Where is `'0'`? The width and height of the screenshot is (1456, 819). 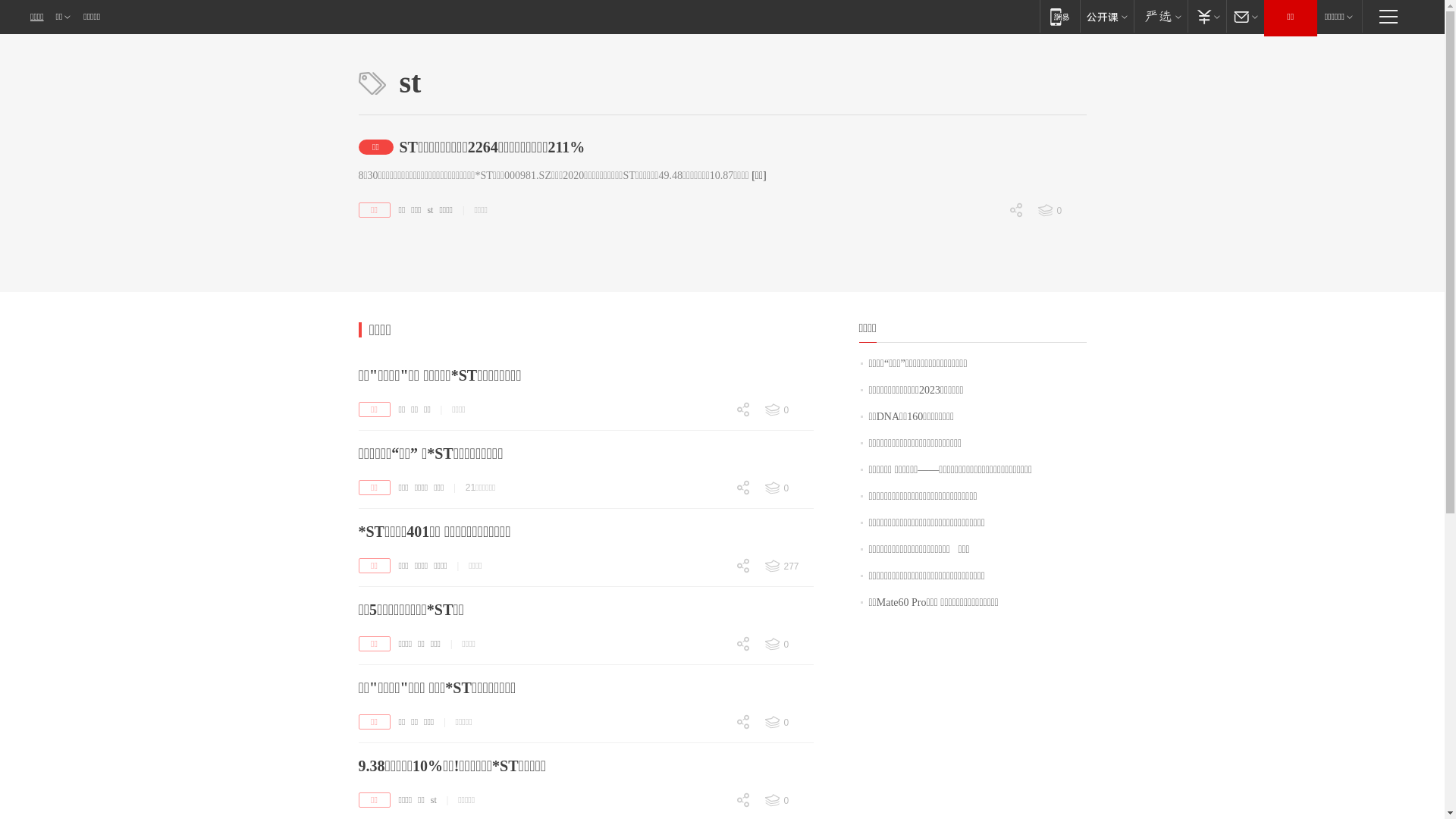 '0' is located at coordinates (787, 644).